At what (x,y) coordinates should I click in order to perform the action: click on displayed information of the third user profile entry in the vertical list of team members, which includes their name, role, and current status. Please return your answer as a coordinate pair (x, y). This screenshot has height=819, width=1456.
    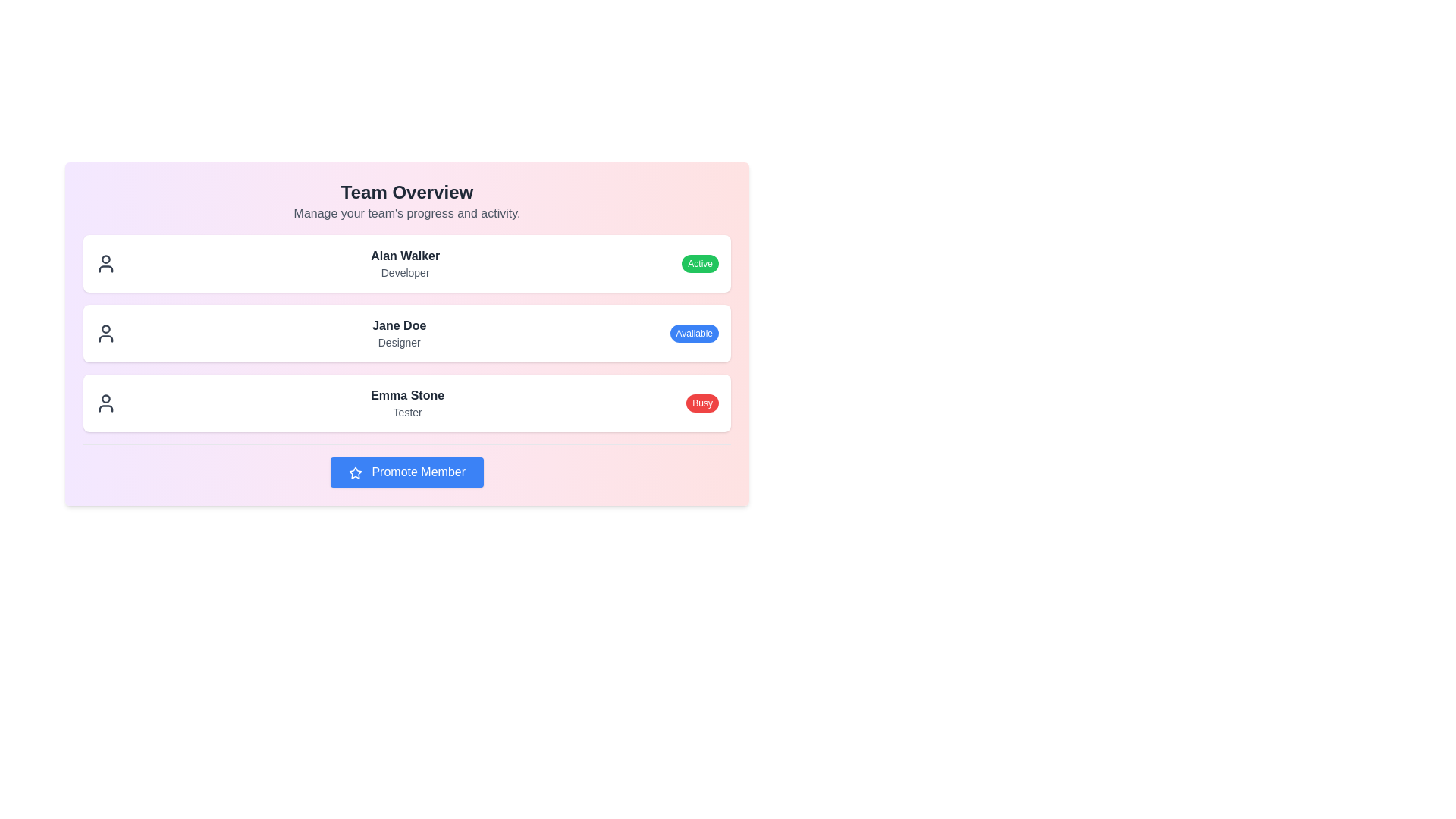
    Looking at the image, I should click on (407, 403).